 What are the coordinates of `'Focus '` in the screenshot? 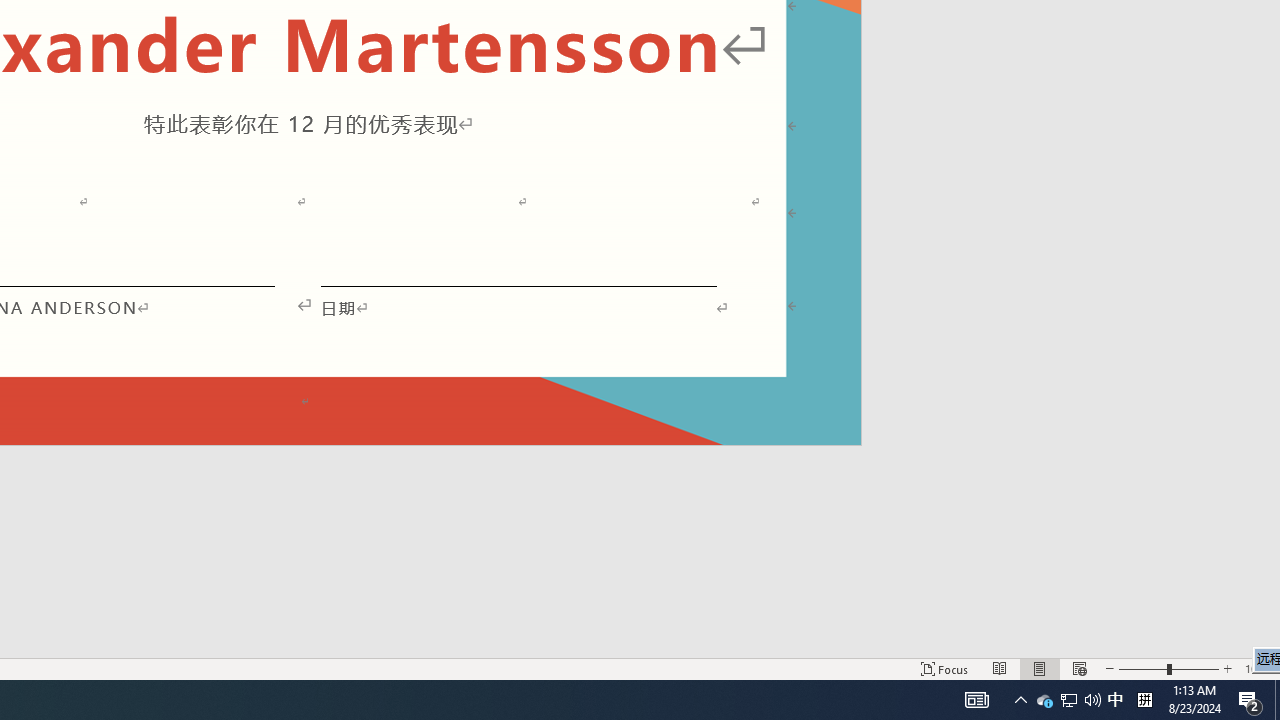 It's located at (943, 669).